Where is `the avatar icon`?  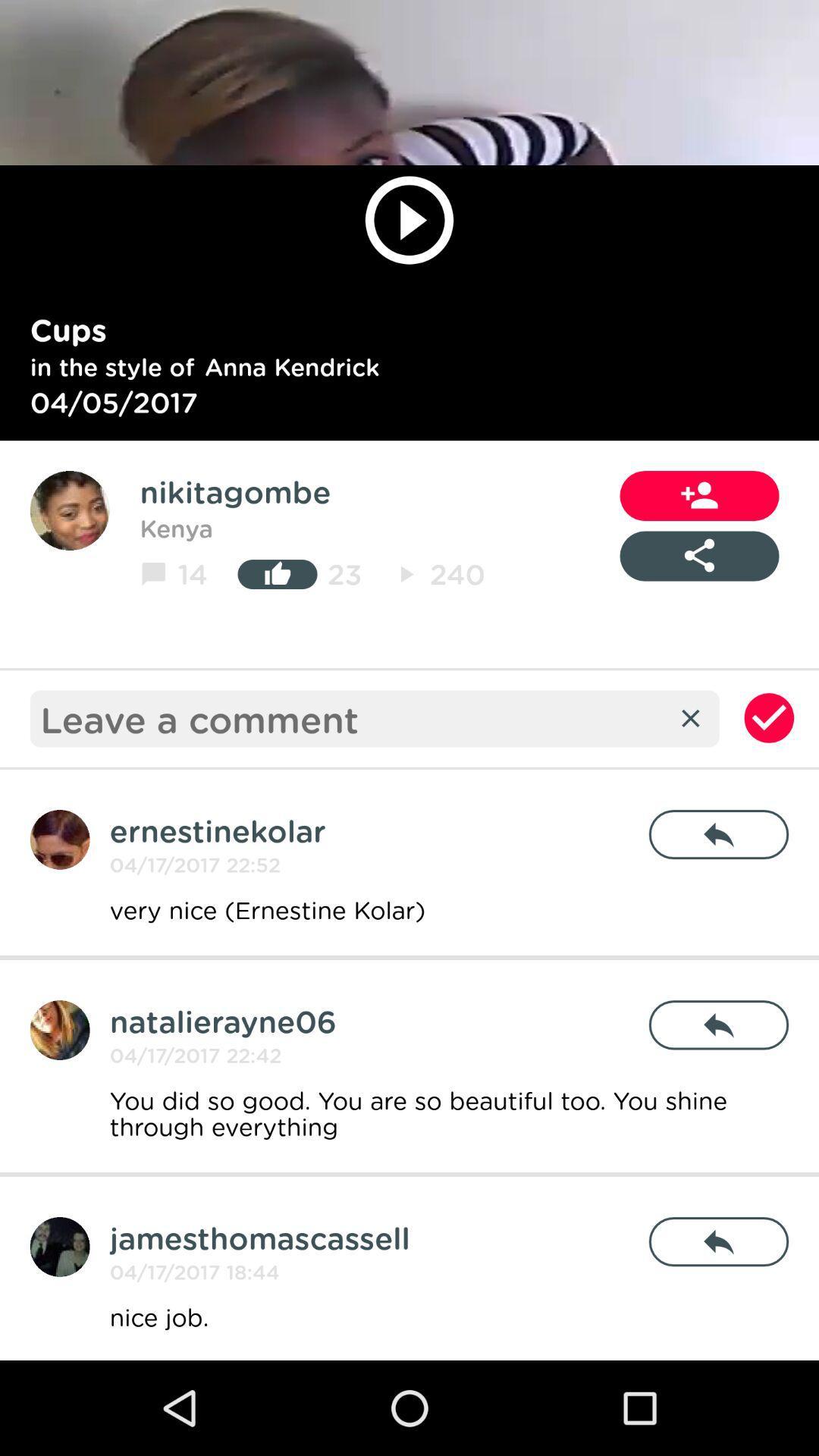 the avatar icon is located at coordinates (70, 510).